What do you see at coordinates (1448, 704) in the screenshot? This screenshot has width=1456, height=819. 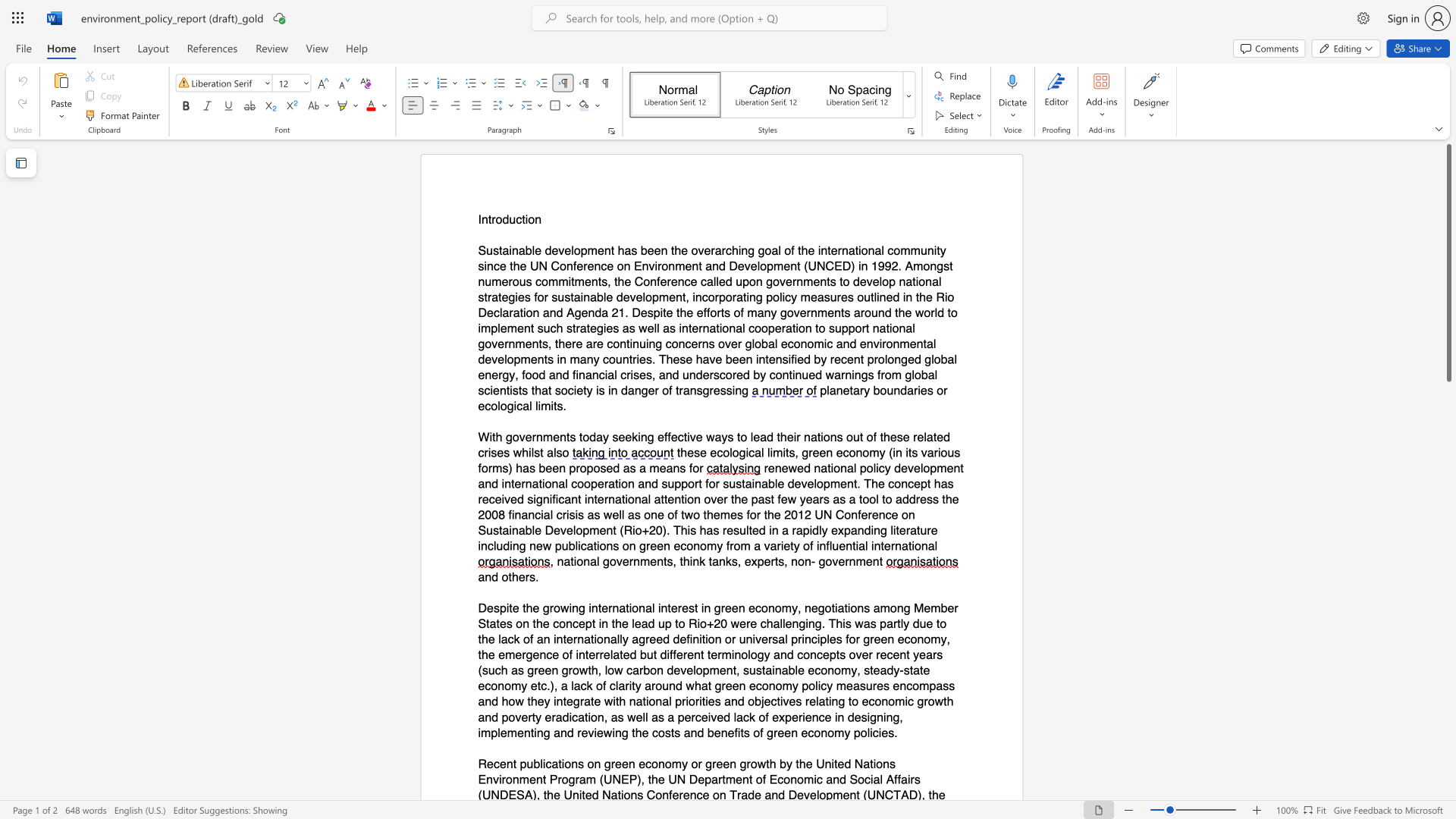 I see `the scrollbar to move the view down` at bounding box center [1448, 704].